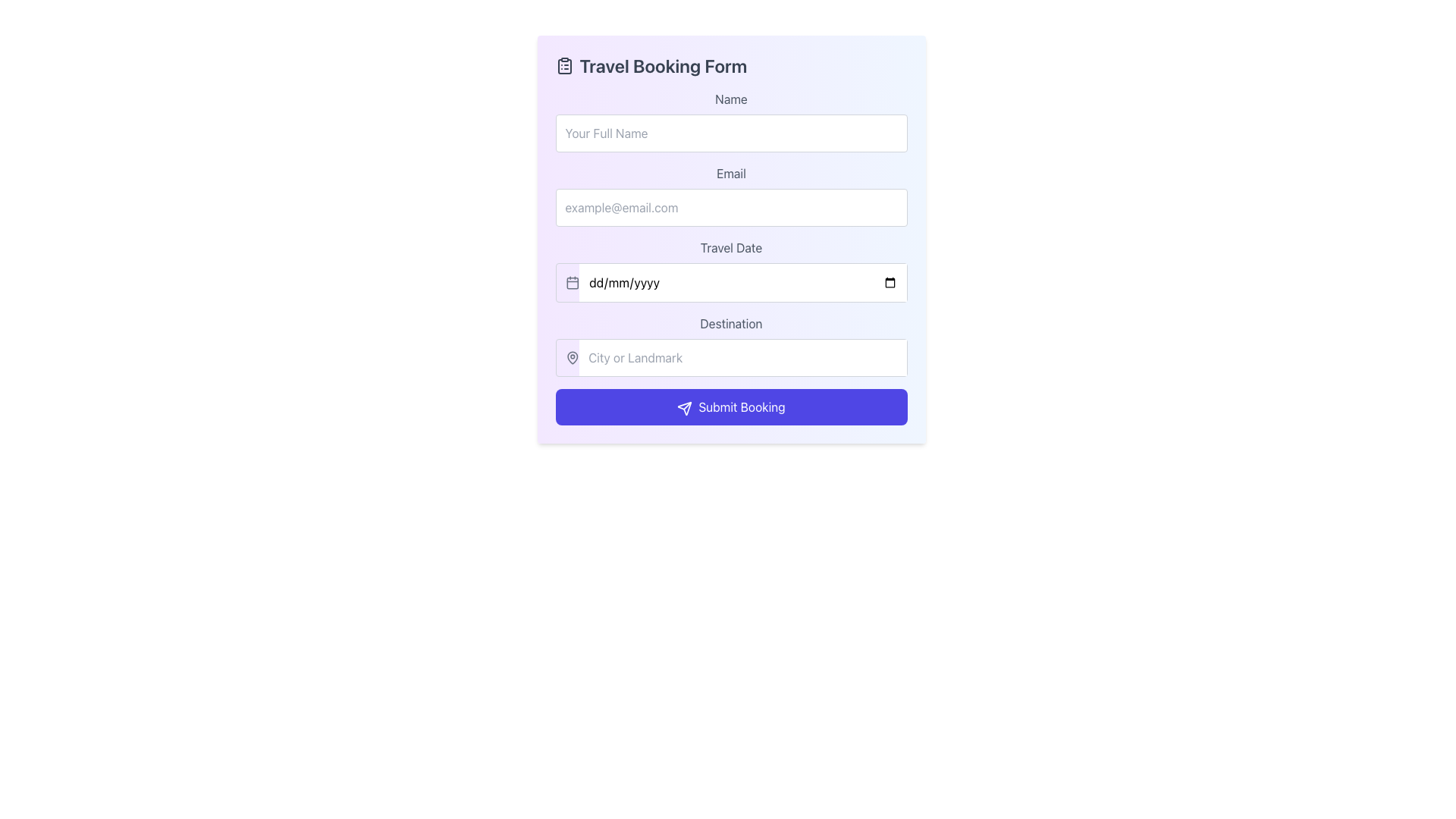 The width and height of the screenshot is (1456, 819). What do you see at coordinates (731, 283) in the screenshot?
I see `the Date input field in the 'Travel Date' section` at bounding box center [731, 283].